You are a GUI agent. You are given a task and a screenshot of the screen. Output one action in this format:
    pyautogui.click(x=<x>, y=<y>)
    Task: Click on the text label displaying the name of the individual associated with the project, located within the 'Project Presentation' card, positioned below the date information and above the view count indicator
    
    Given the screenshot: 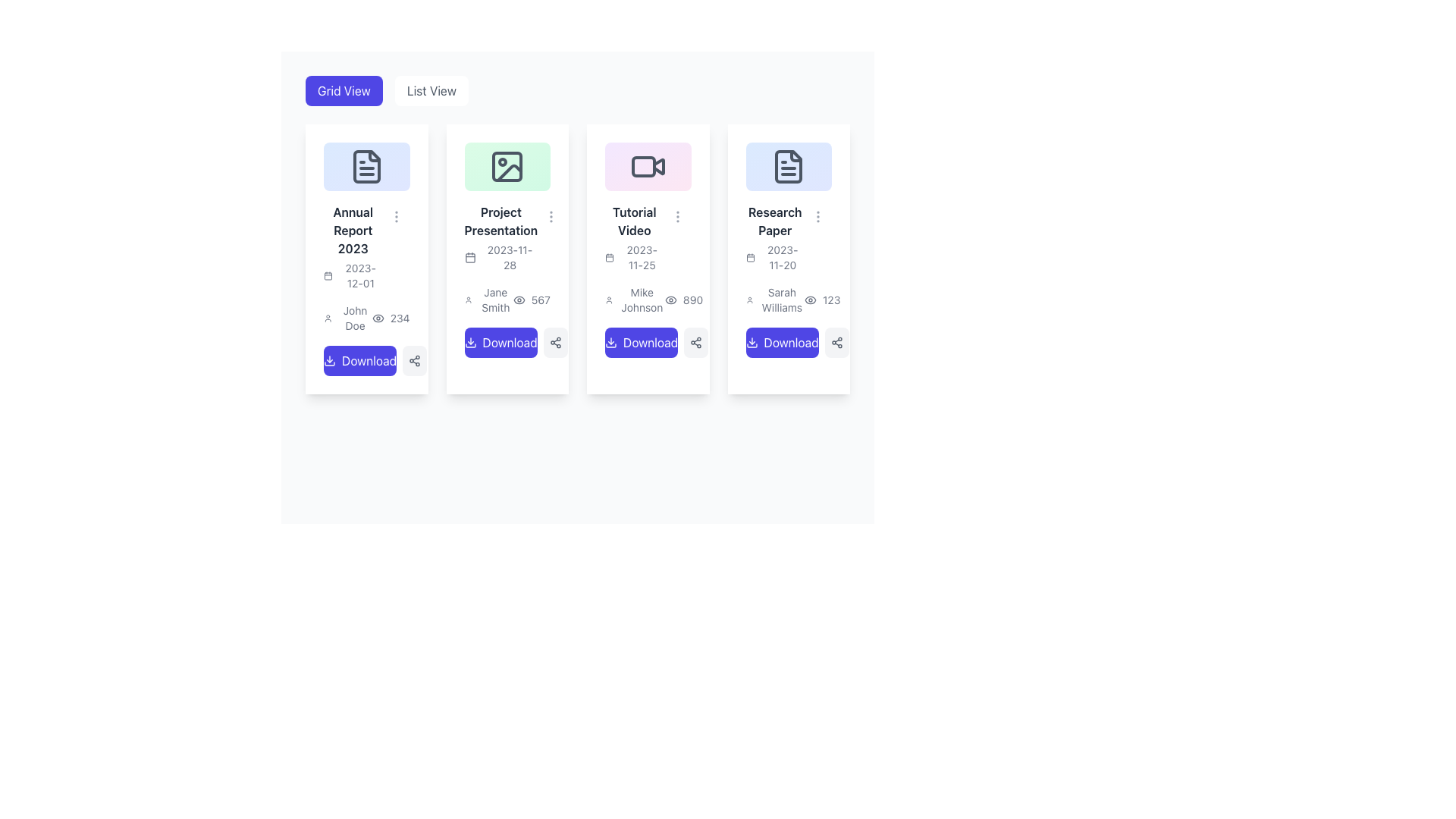 What is the action you would take?
    pyautogui.click(x=488, y=300)
    